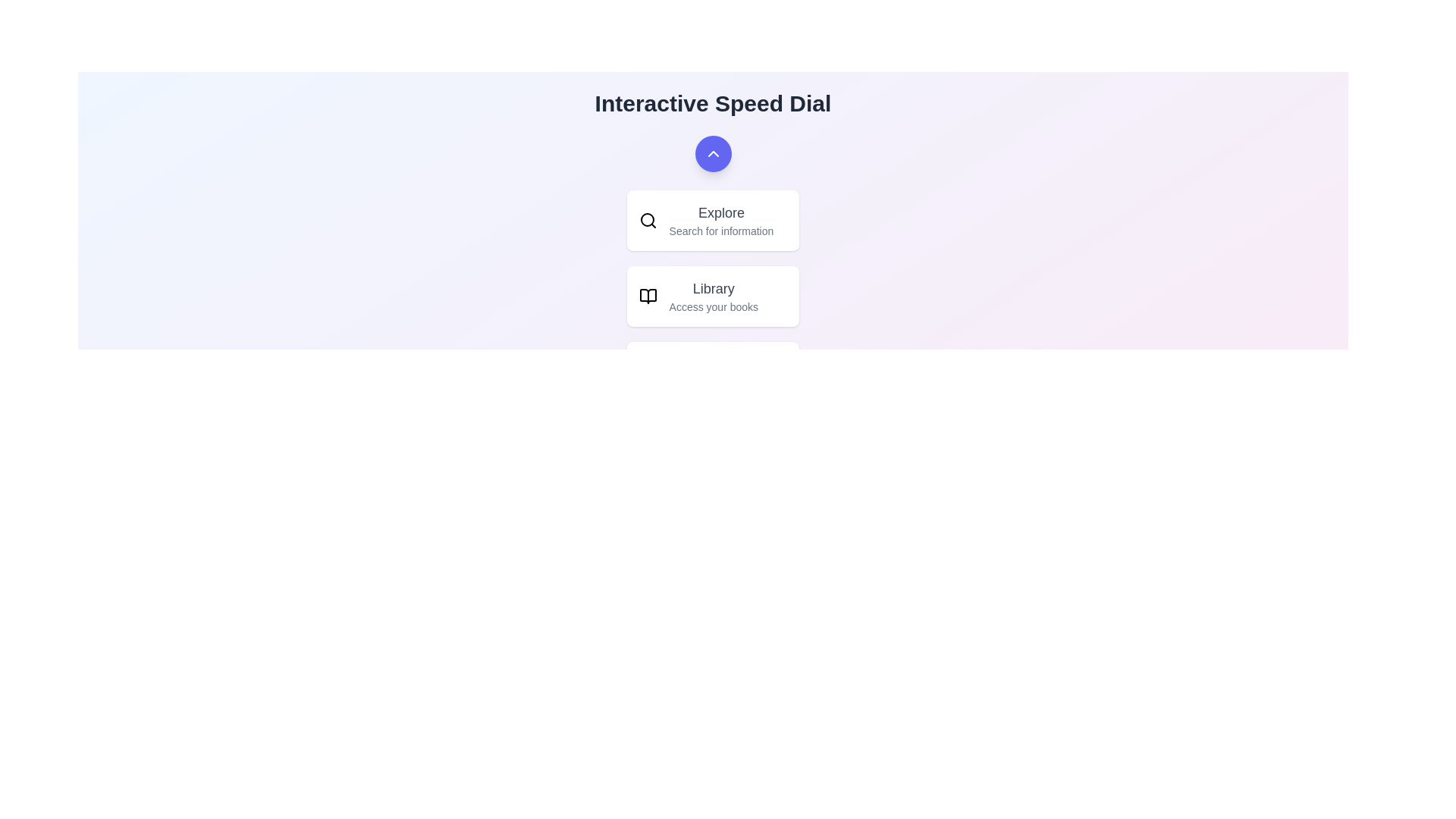 The width and height of the screenshot is (1456, 819). Describe the element at coordinates (712, 154) in the screenshot. I see `the toggle button to open or close the speed dial menu` at that location.